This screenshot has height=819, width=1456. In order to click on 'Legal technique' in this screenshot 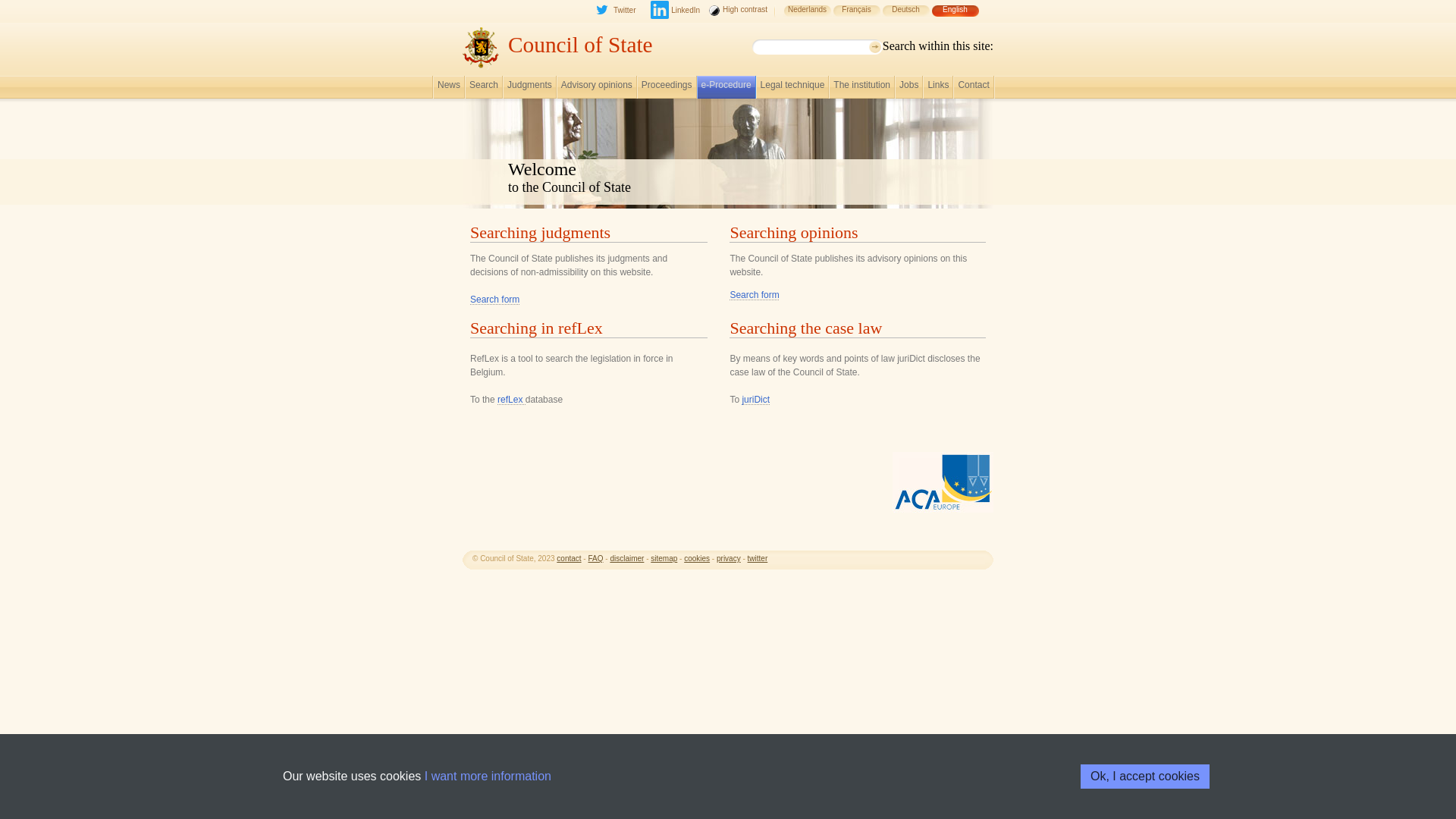, I will do `click(792, 89)`.